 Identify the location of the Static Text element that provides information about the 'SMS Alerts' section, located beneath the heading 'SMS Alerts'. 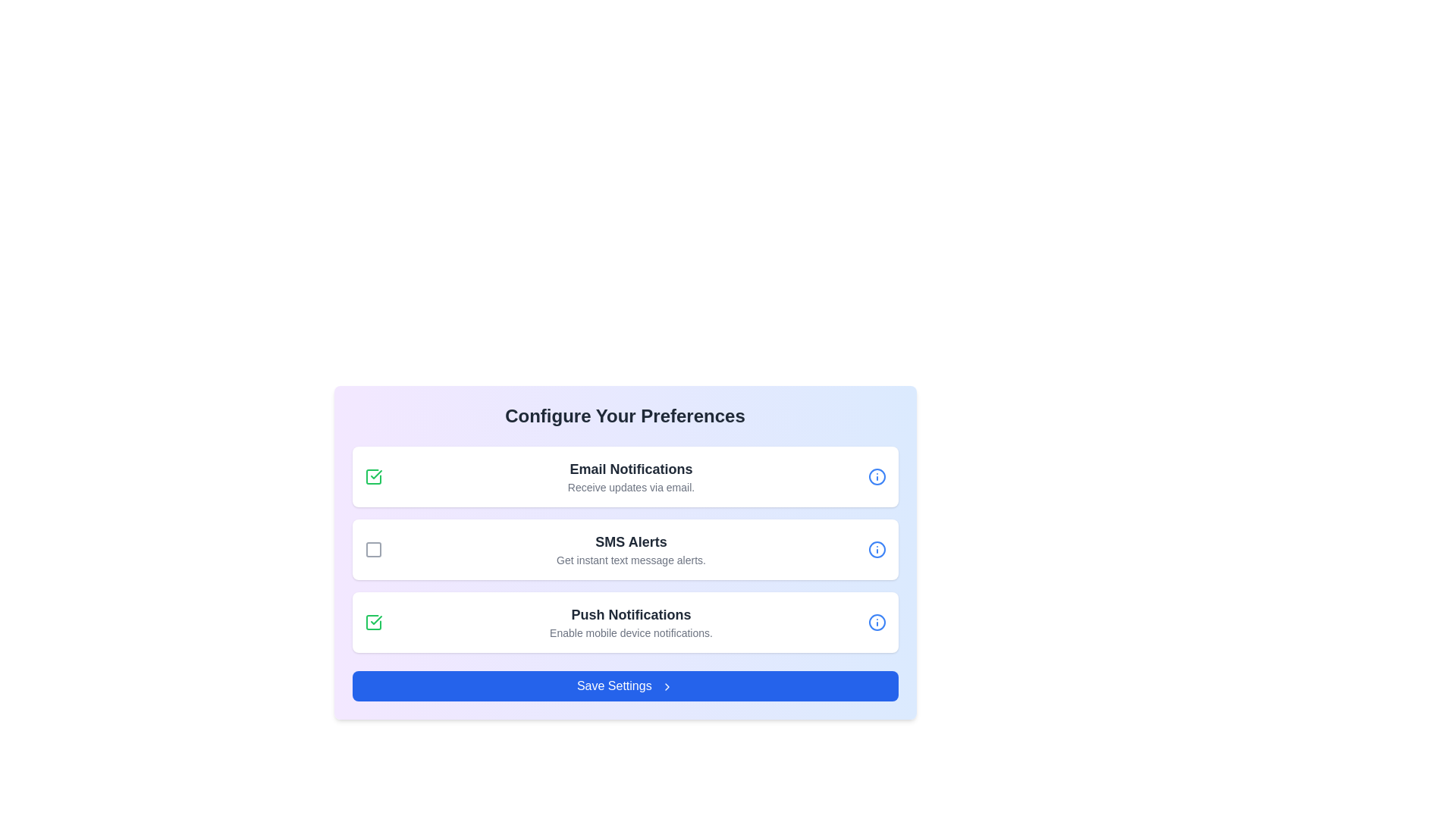
(631, 560).